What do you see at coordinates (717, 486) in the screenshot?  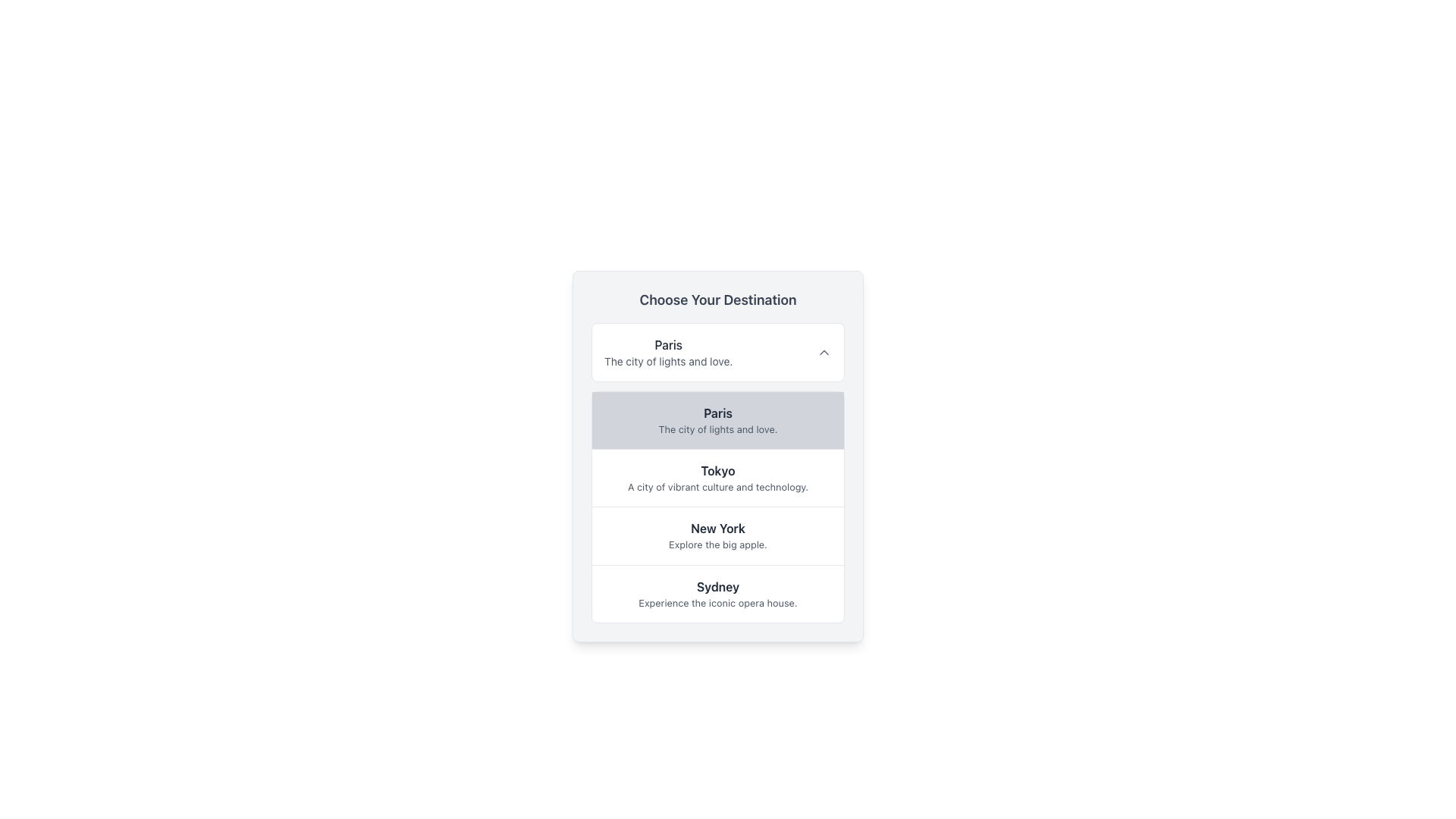 I see `the text label describing Tokyo, which contains the text 'A city of vibrant culture` at bounding box center [717, 486].